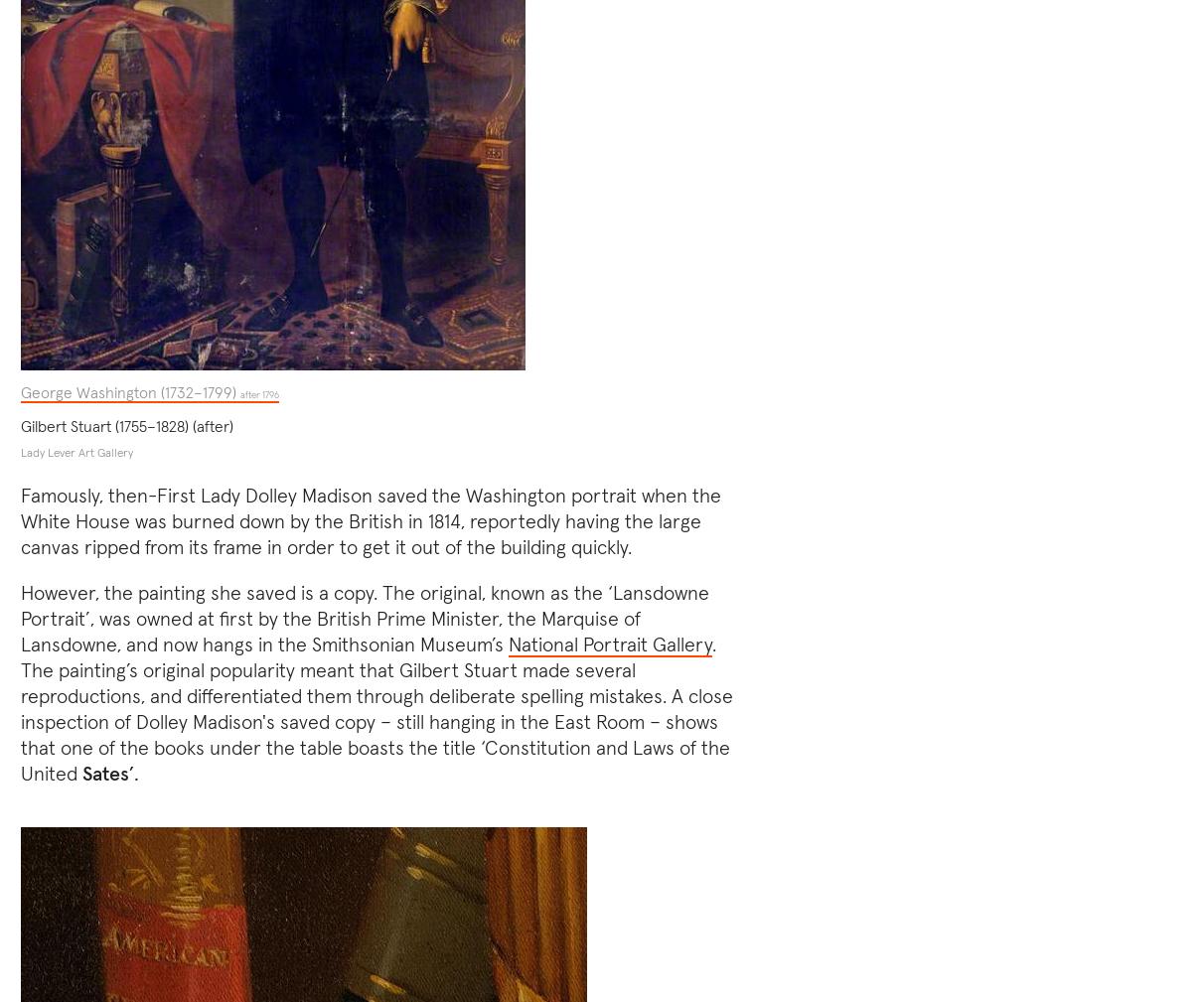  What do you see at coordinates (932, 158) in the screenshot?
I see `'Meghan, Harry and weddings in art'` at bounding box center [932, 158].